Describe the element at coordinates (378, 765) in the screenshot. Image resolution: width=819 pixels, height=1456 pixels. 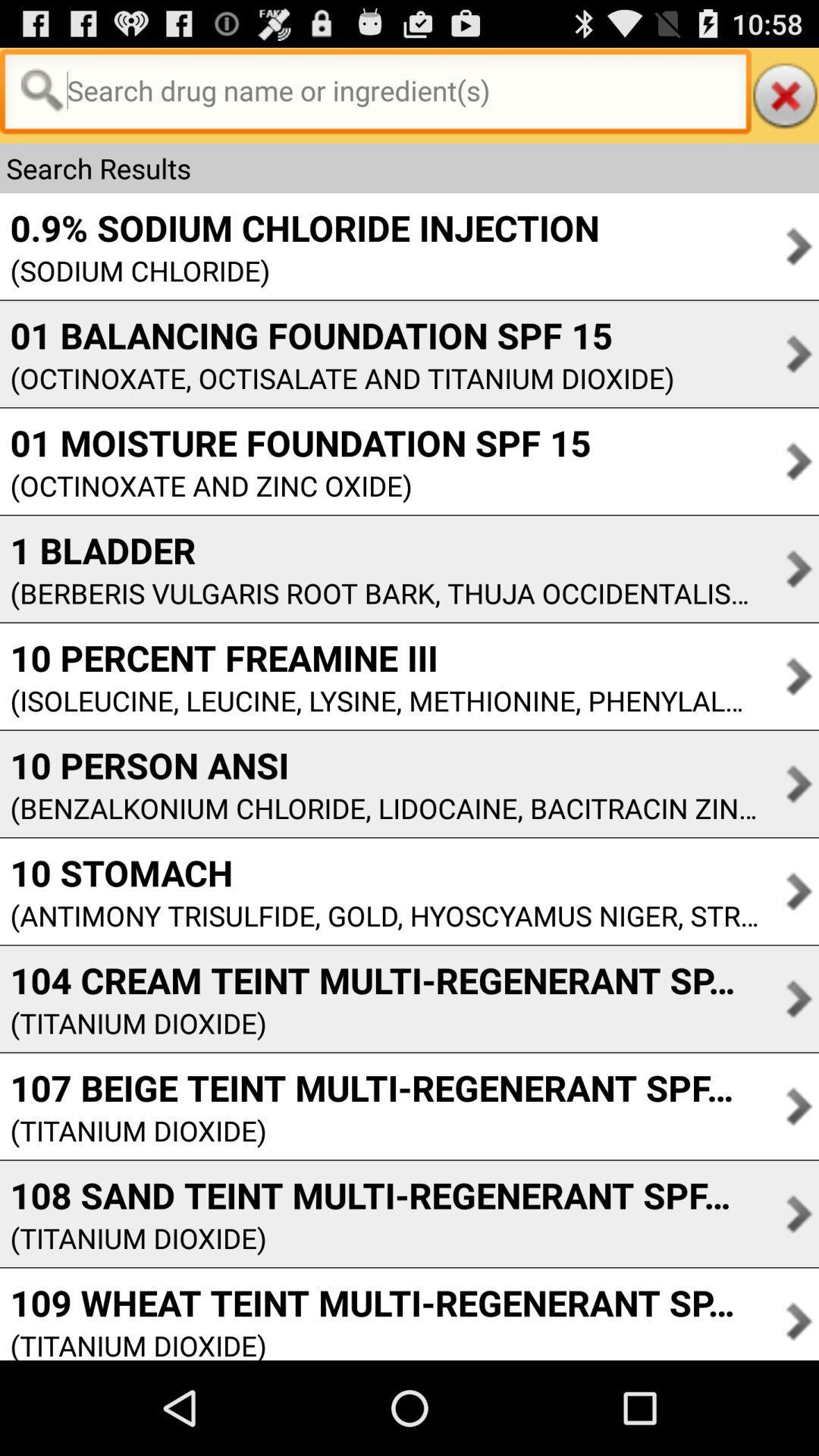
I see `the 10 person ansi icon` at that location.